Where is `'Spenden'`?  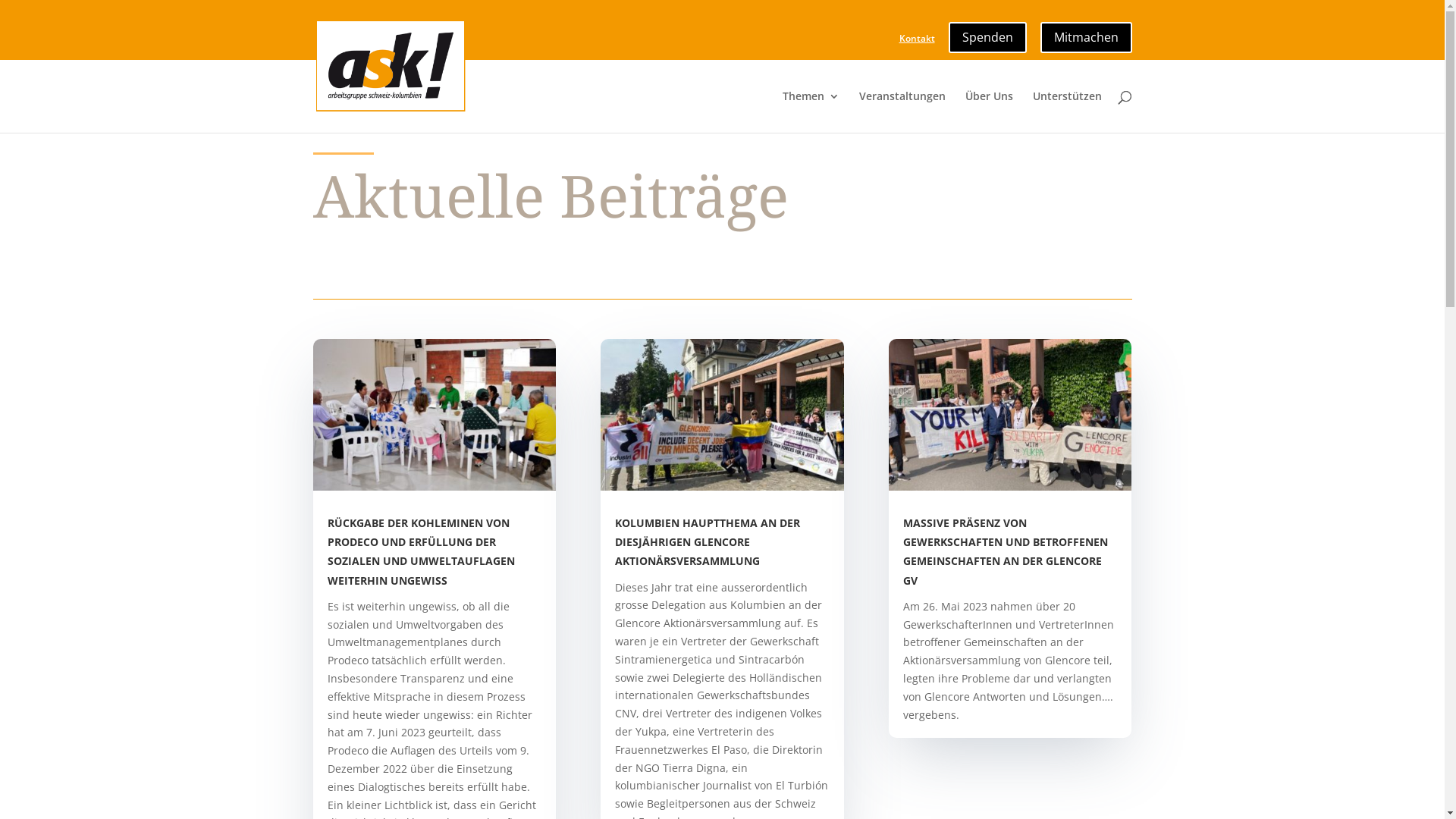
'Spenden' is located at coordinates (946, 33).